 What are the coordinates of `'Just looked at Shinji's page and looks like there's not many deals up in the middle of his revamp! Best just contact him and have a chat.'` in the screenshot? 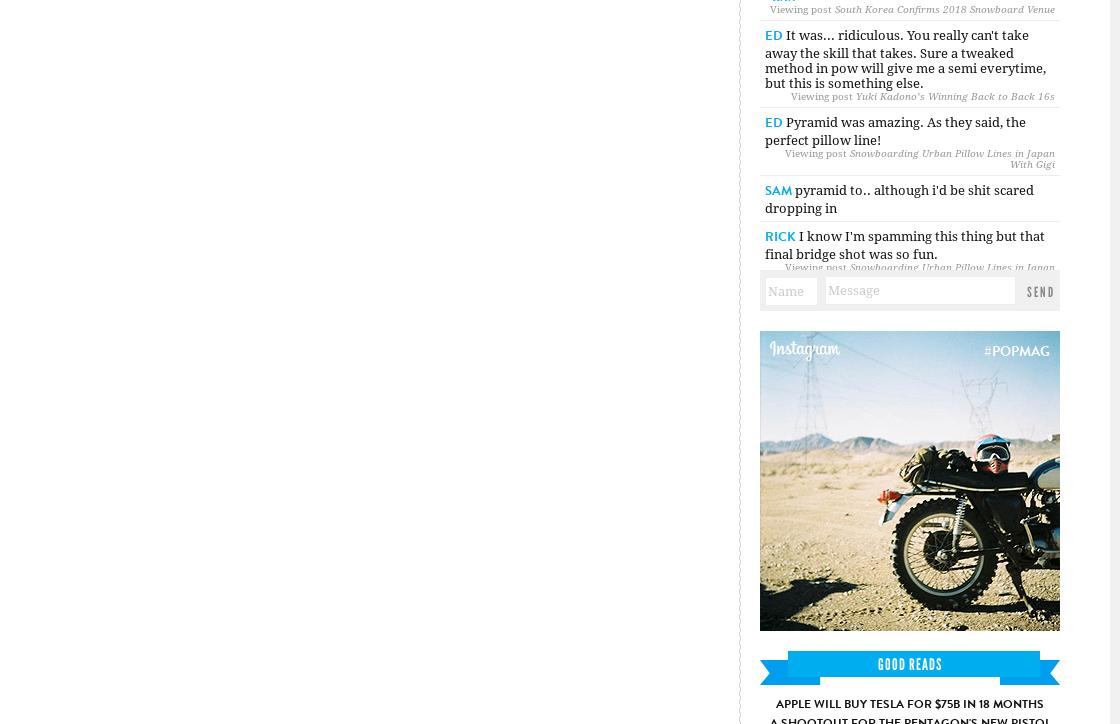 It's located at (764, 439).